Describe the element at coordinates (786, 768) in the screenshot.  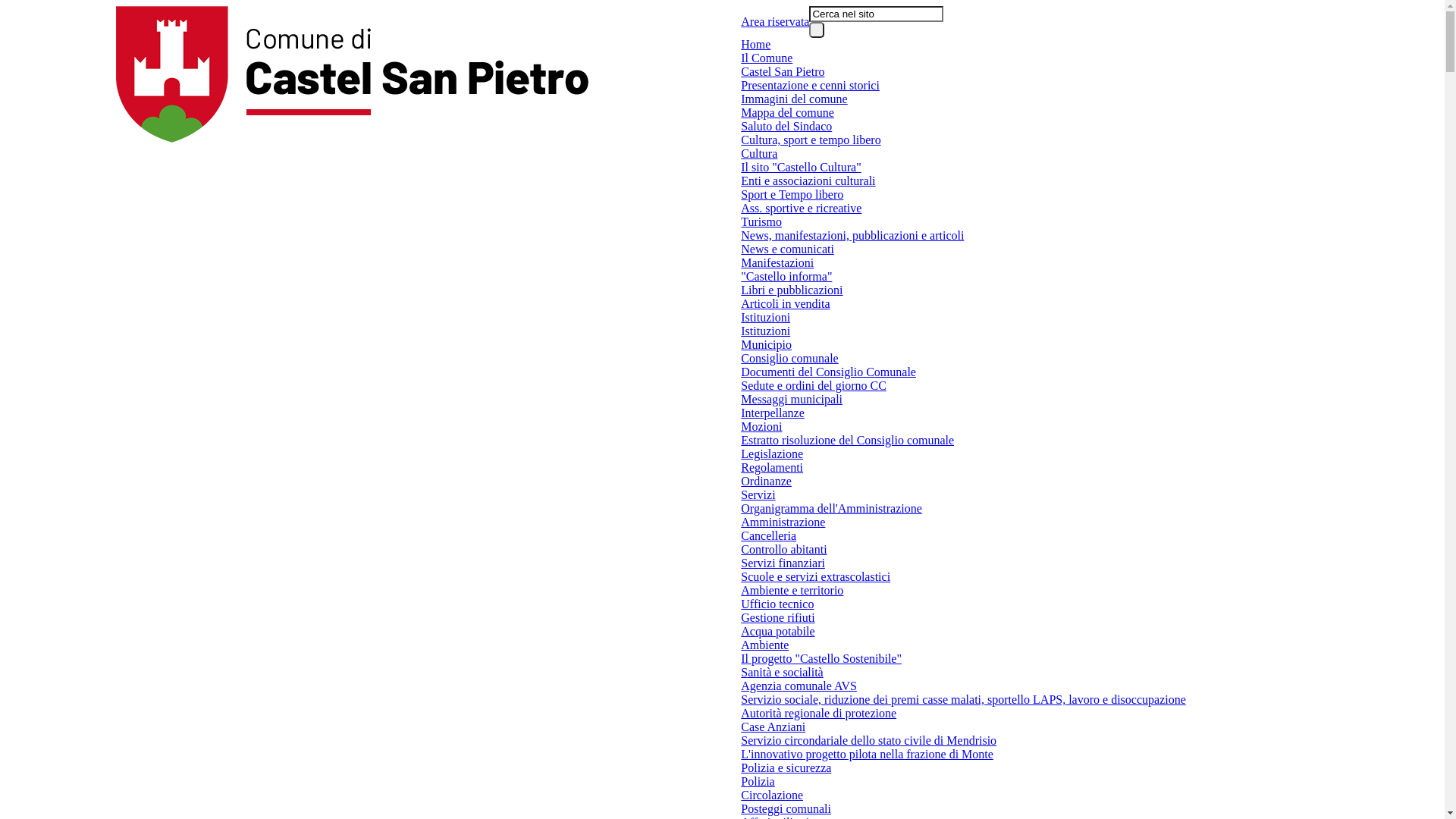
I see `'Polizia e sicurezza'` at that location.